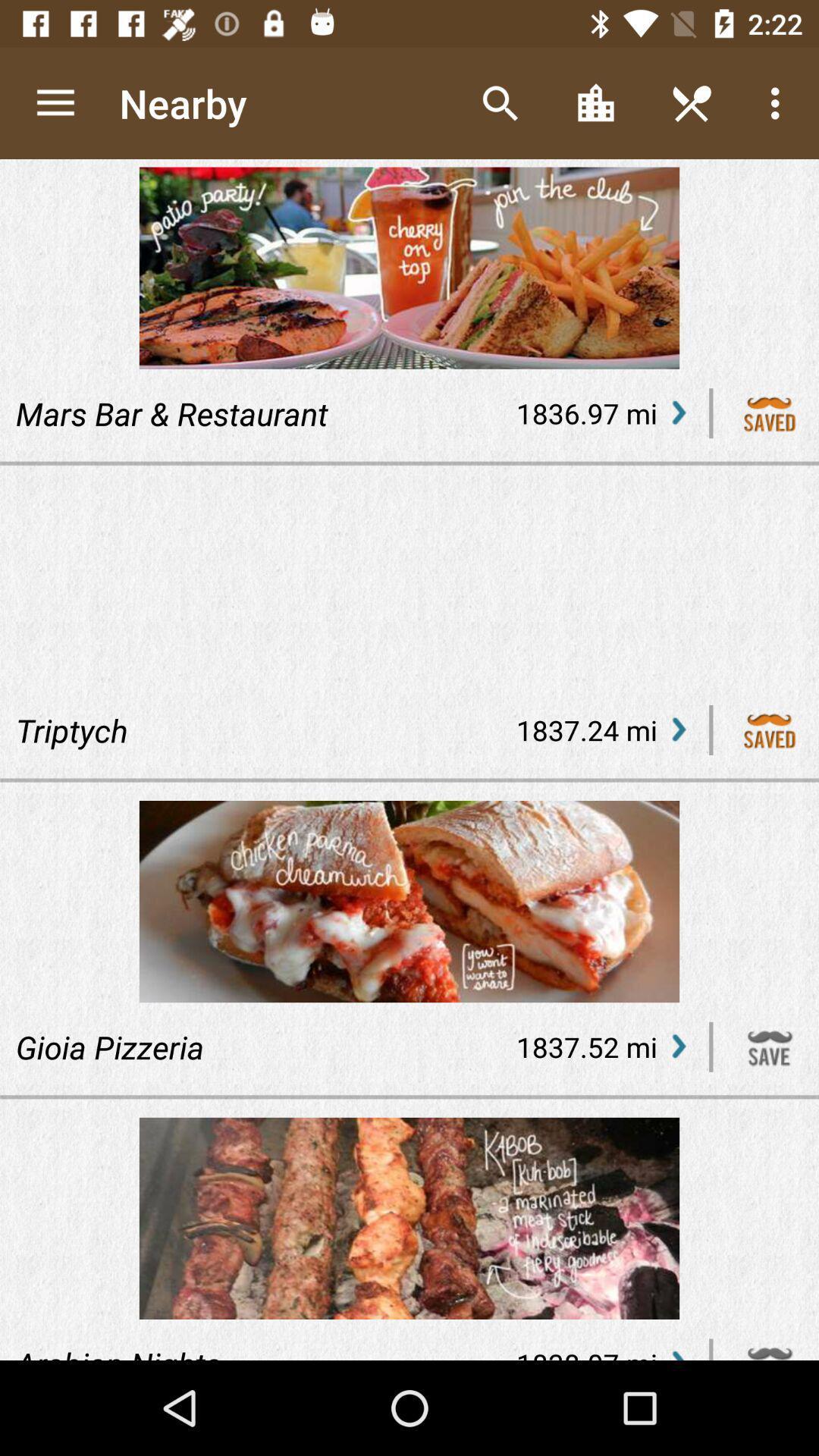  Describe the element at coordinates (55, 102) in the screenshot. I see `the icon above the mars bar & restaurant  item` at that location.